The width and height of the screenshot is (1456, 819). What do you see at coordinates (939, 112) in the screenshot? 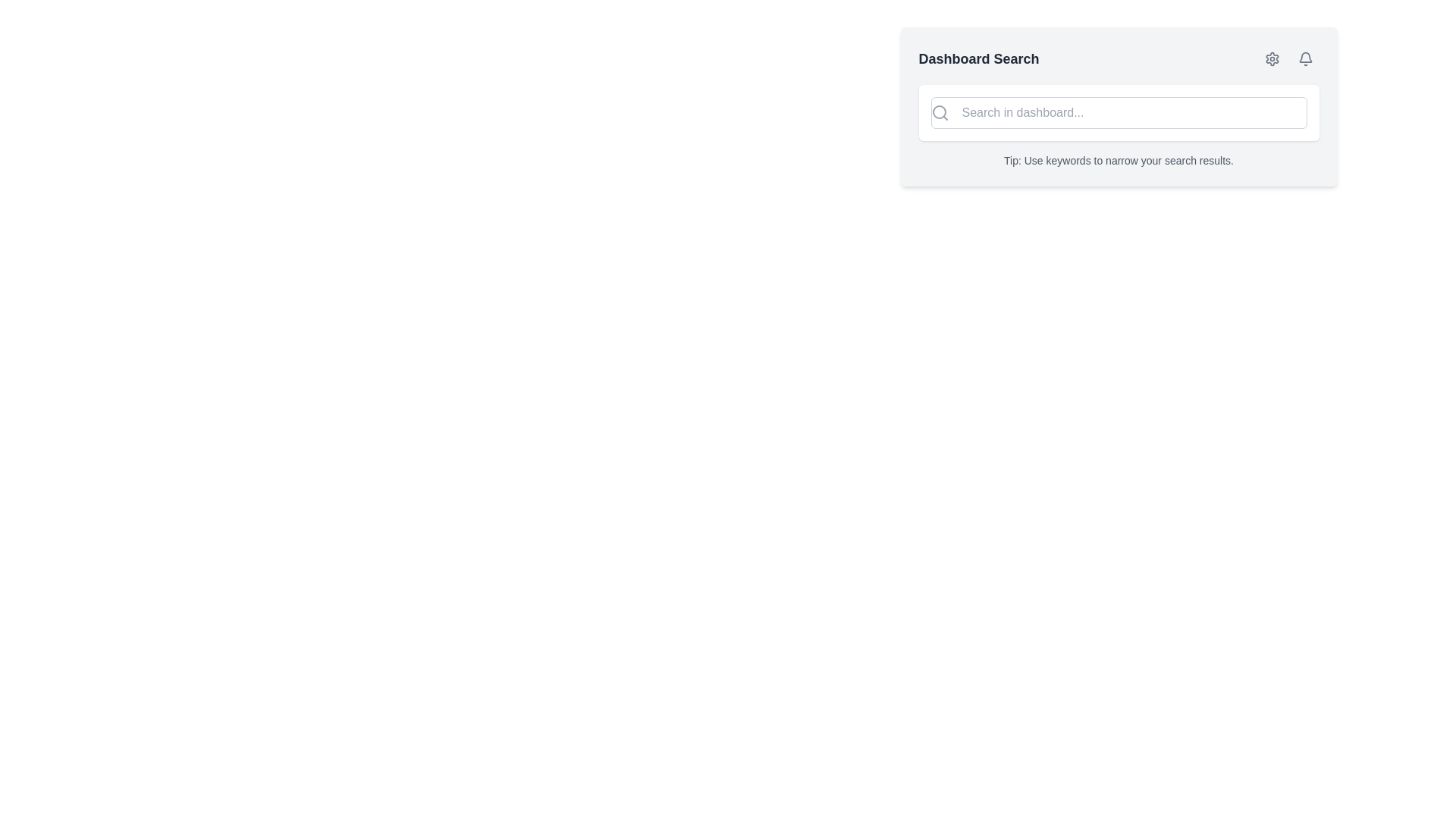
I see `the search icon located inside the search bar component to initiate a search` at bounding box center [939, 112].